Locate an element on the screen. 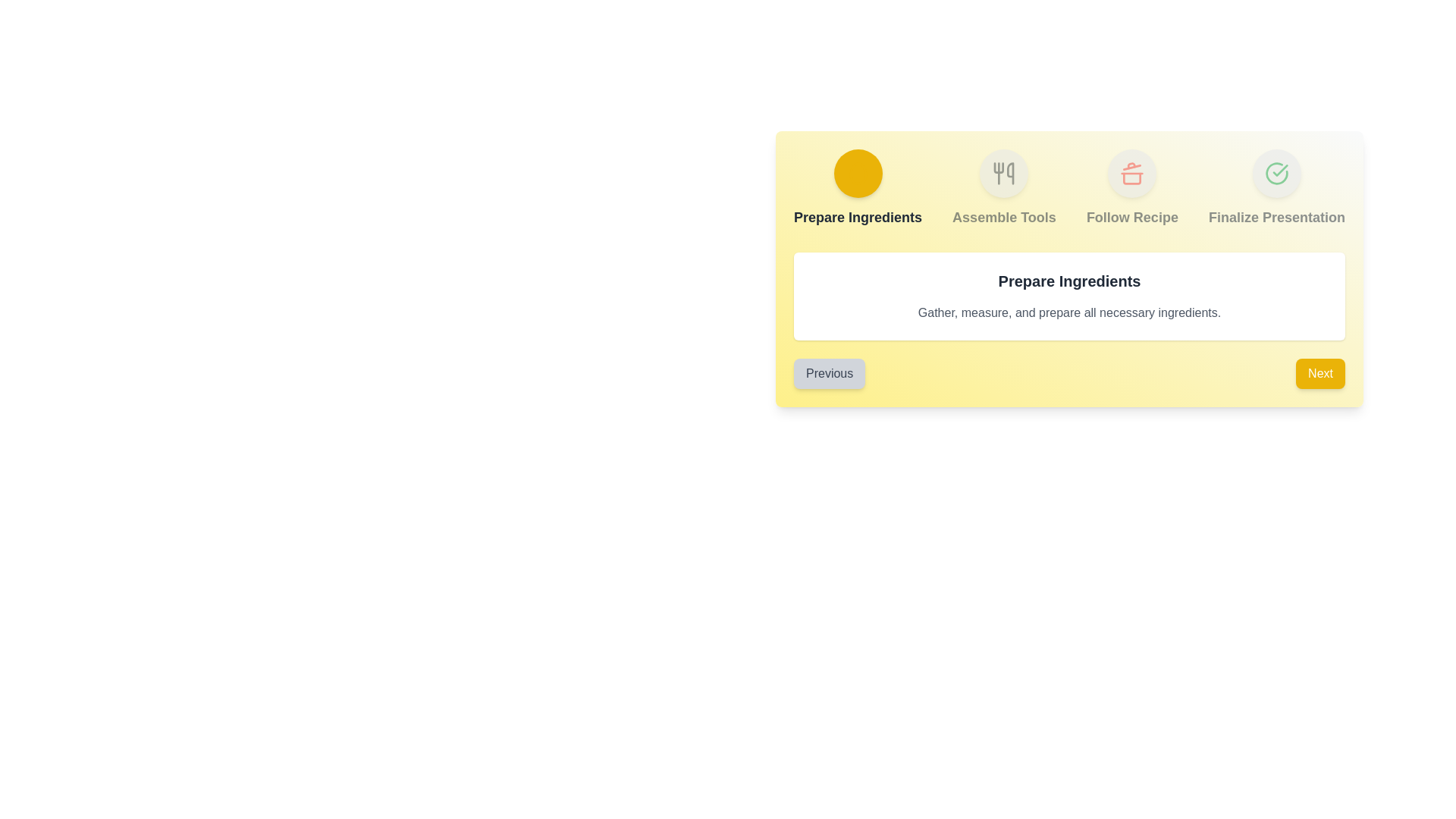  the icon representing assembling tools or utensils, which is centrally located within a circular, shadowed button in the toolbar and is the second button from the left is located at coordinates (1004, 172).